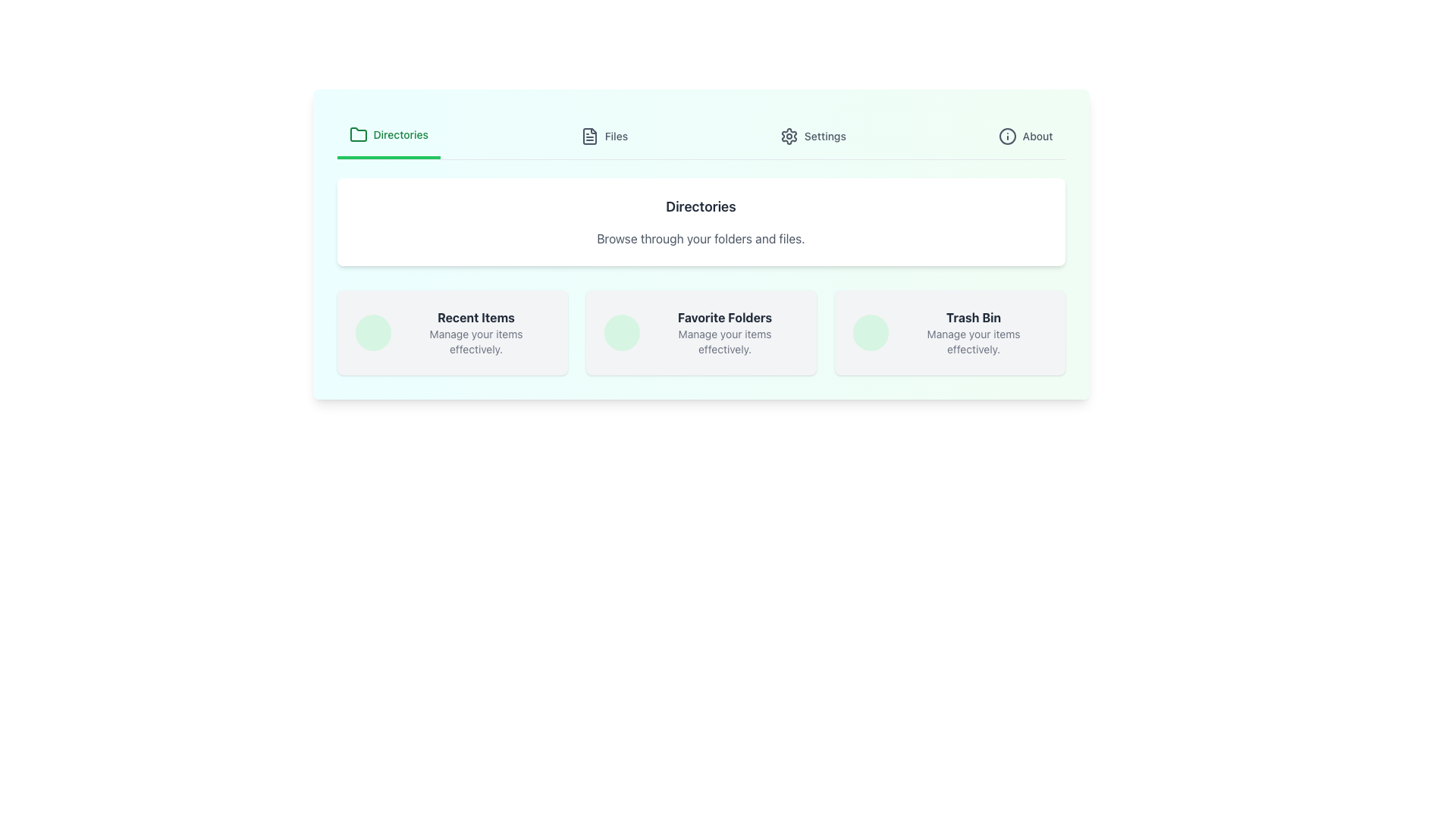 This screenshot has width=1456, height=819. Describe the element at coordinates (700, 239) in the screenshot. I see `the informational text element located below the 'Directories' heading` at that location.